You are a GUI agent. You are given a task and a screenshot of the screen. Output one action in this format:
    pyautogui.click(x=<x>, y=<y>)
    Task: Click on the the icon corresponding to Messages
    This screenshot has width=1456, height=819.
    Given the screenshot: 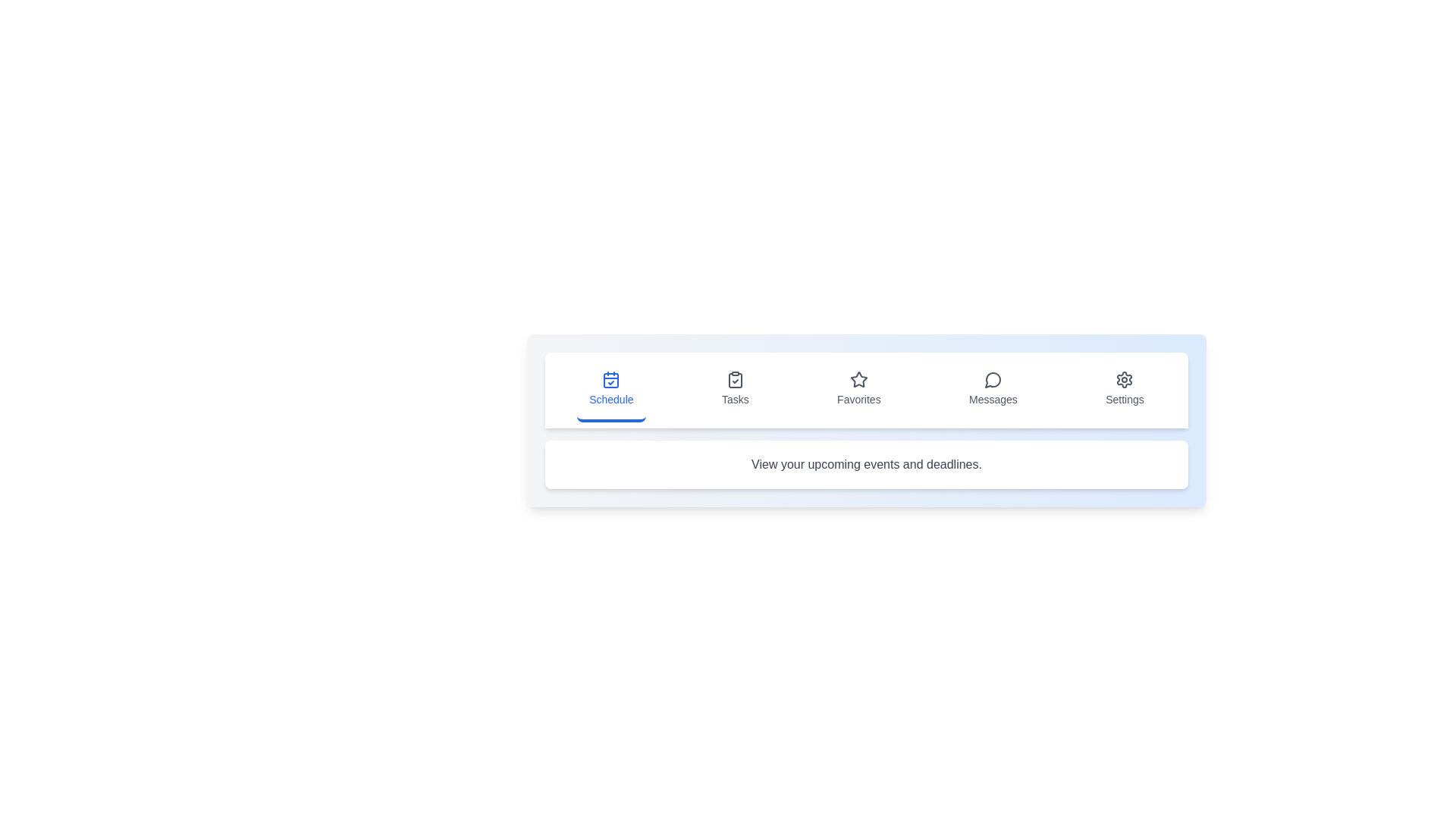 What is the action you would take?
    pyautogui.click(x=993, y=390)
    